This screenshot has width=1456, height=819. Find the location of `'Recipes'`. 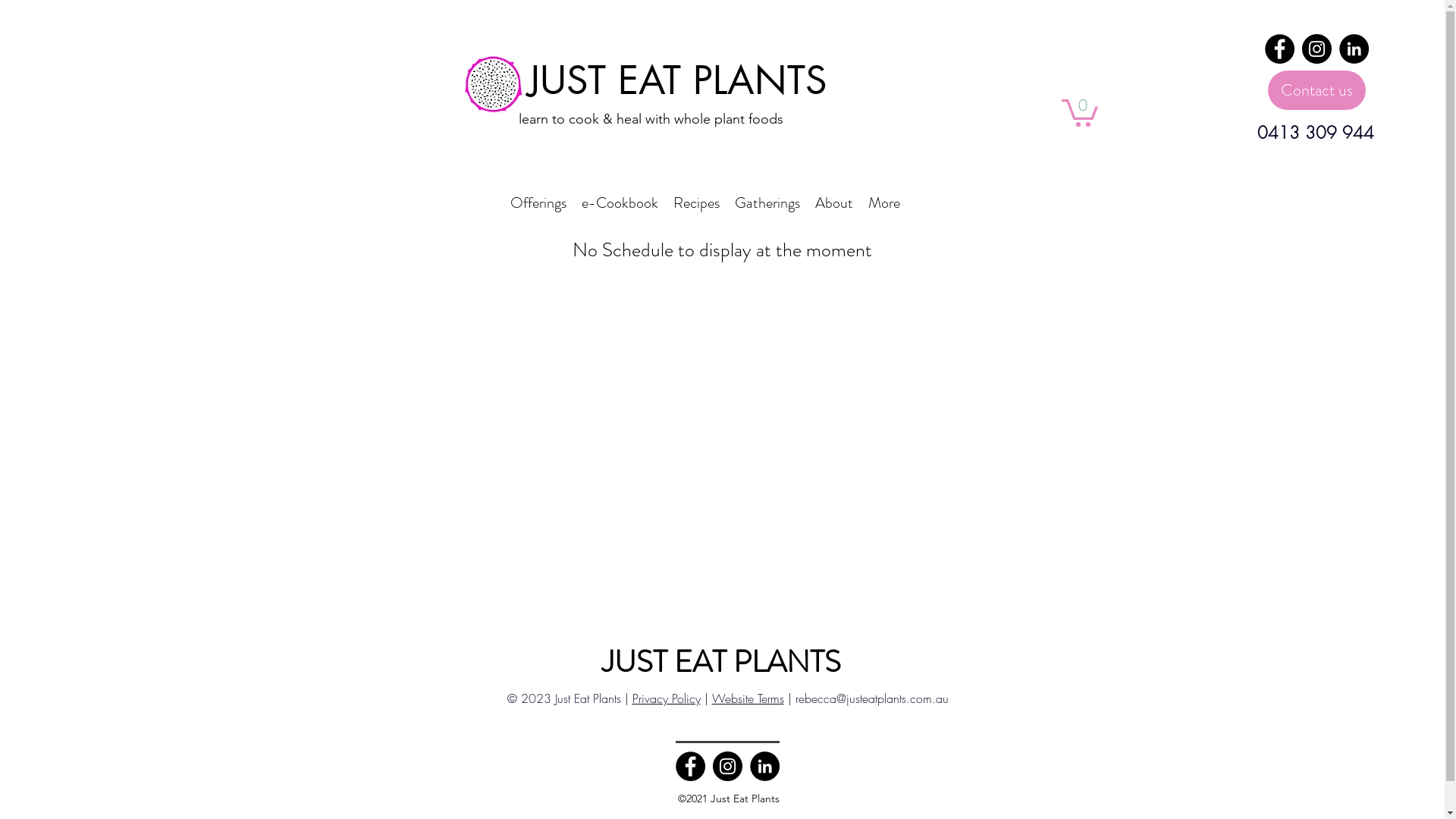

'Recipes' is located at coordinates (695, 202).